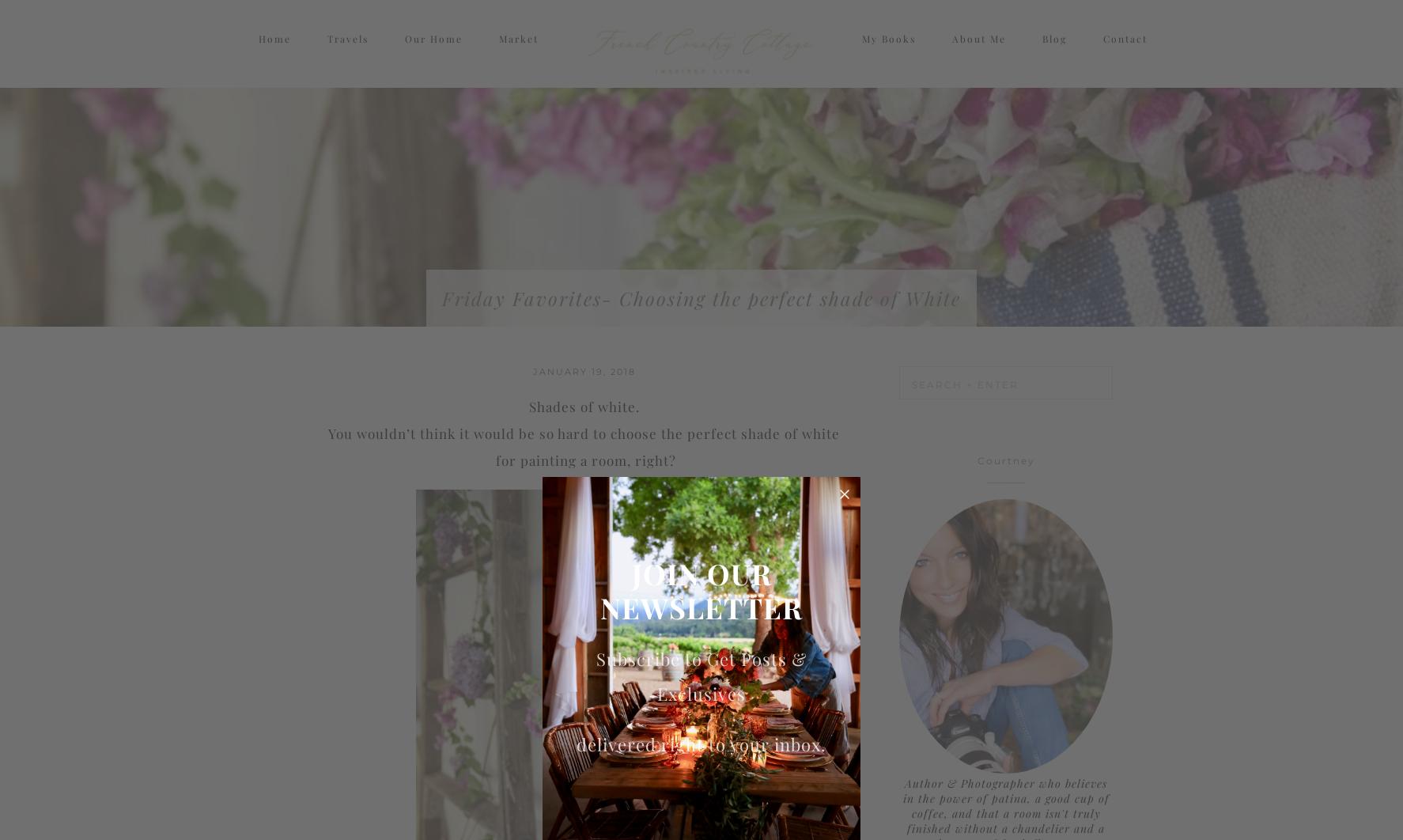  I want to click on 'My Books', so click(887, 53).